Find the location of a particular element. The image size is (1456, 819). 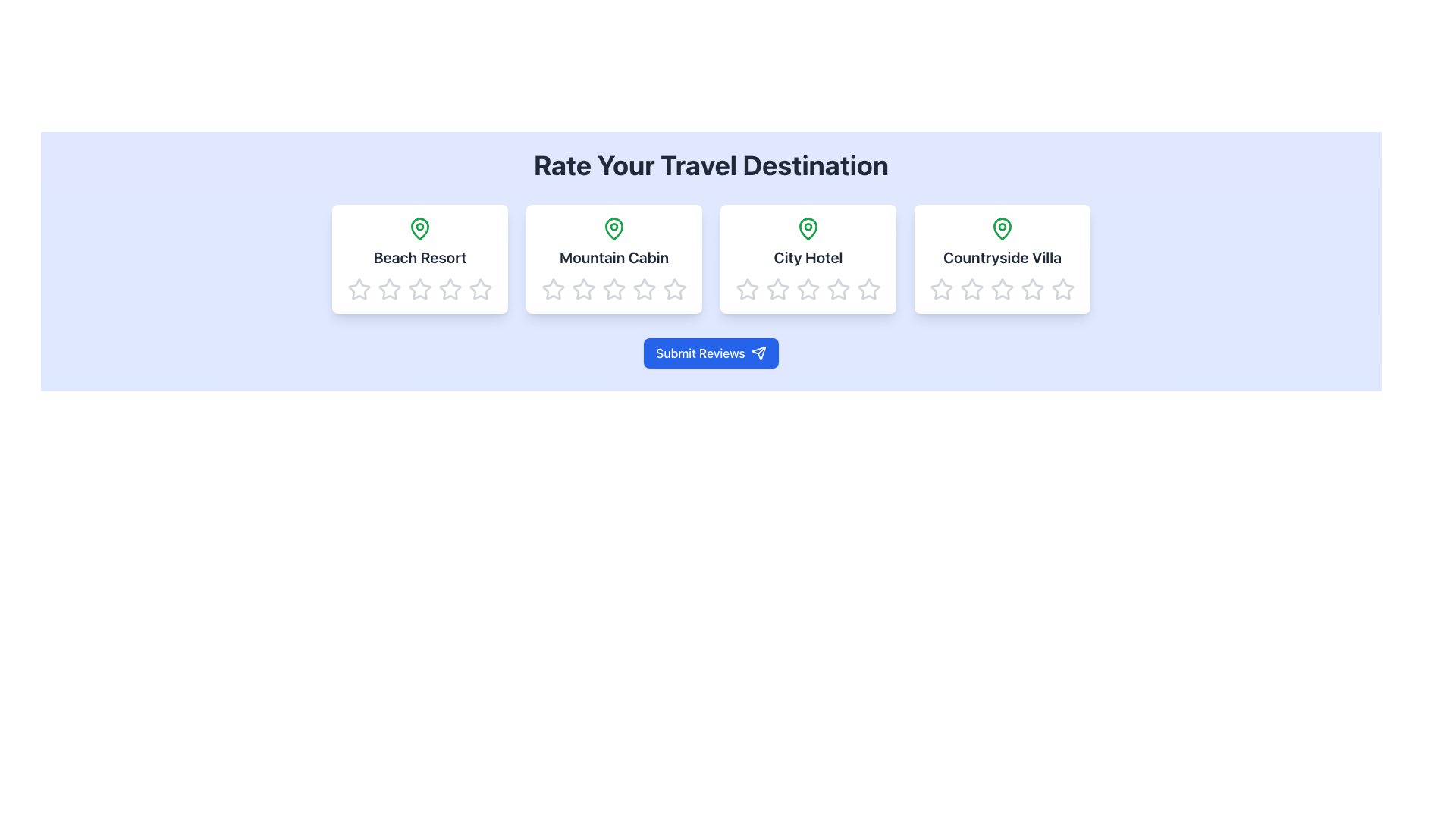

the first star icon in the row of five stars beneath the 'Beach Resort' label is located at coordinates (419, 289).